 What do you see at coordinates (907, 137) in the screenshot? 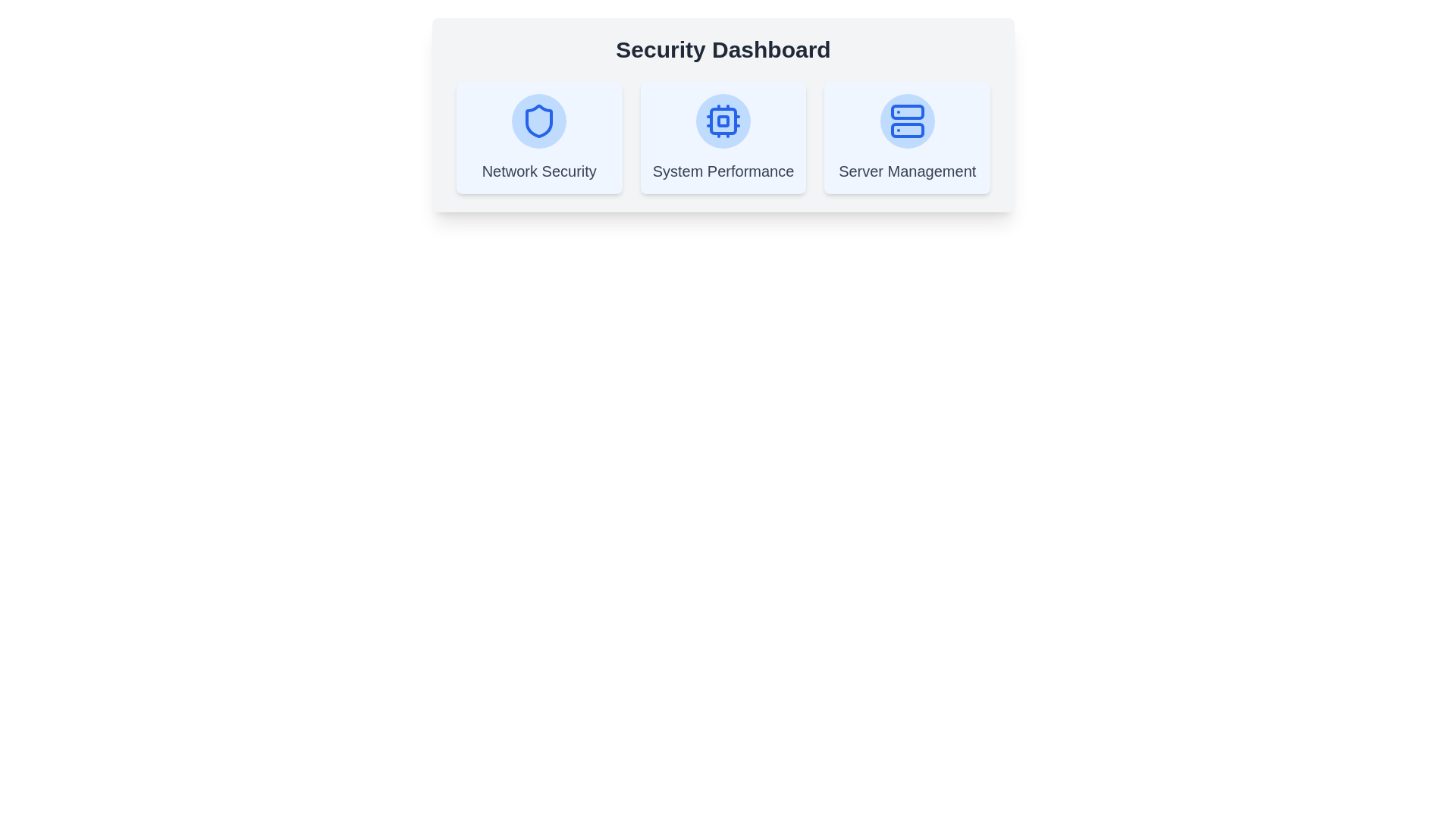
I see `the server management icon, which is represented by a blue server icon with a light blue circular background and the text 'Server Management' in gray beneath it, located in the third card of horizontally-aligned options` at bounding box center [907, 137].